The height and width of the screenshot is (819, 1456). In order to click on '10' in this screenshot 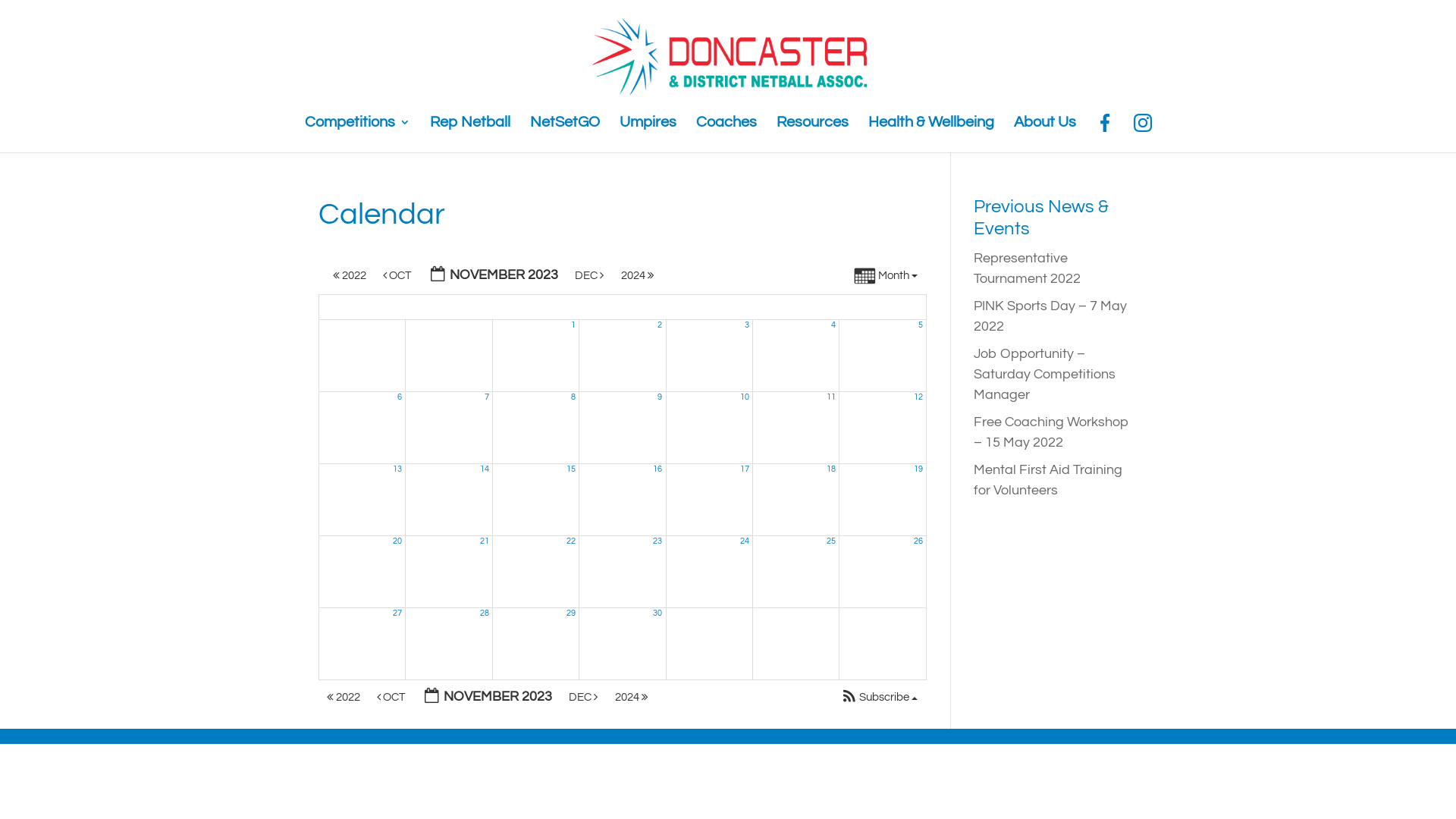, I will do `click(739, 396)`.